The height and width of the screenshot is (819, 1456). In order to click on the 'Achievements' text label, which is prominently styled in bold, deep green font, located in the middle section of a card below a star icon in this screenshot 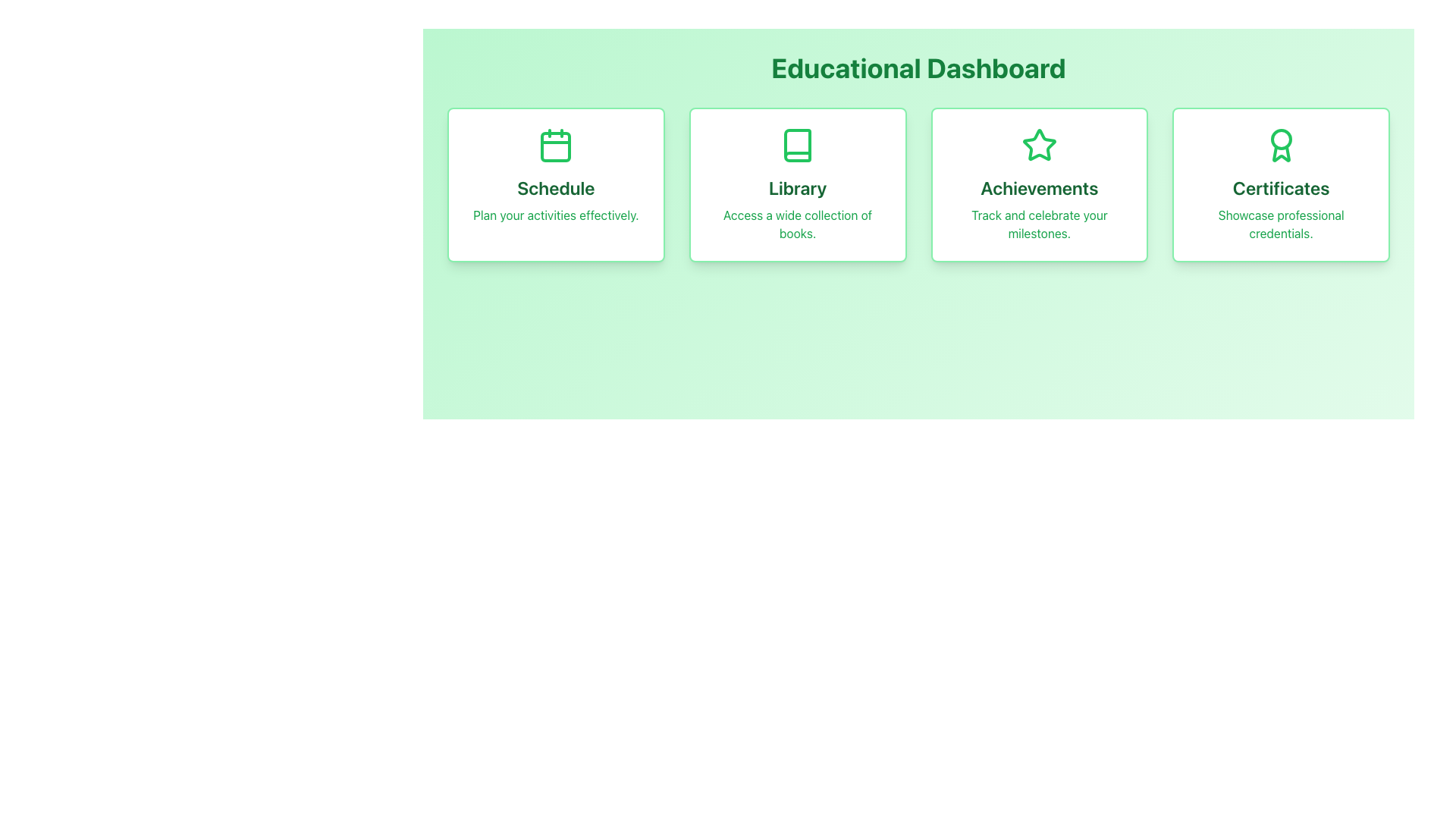, I will do `click(1038, 187)`.